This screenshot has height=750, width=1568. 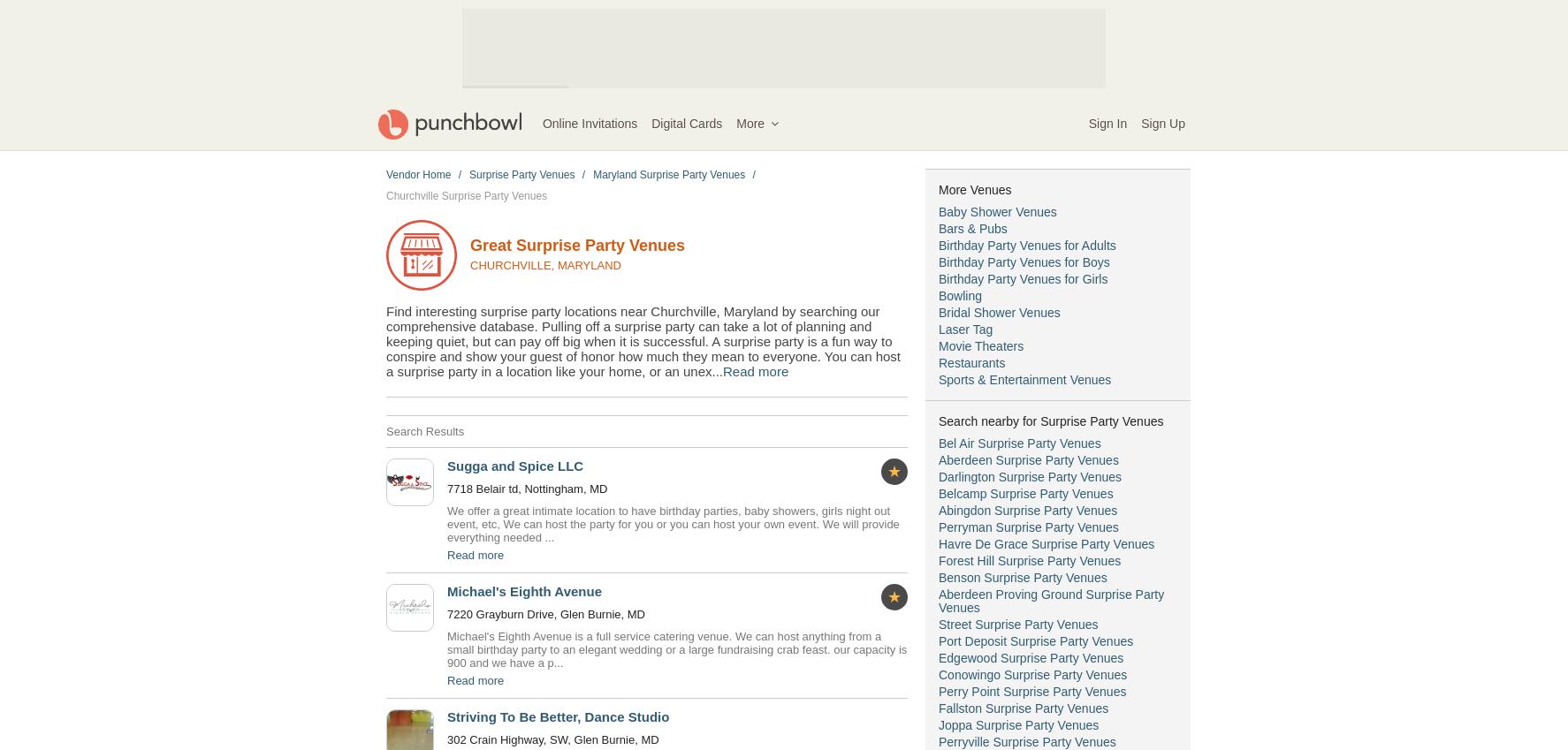 What do you see at coordinates (384, 430) in the screenshot?
I see `'Search Results'` at bounding box center [384, 430].